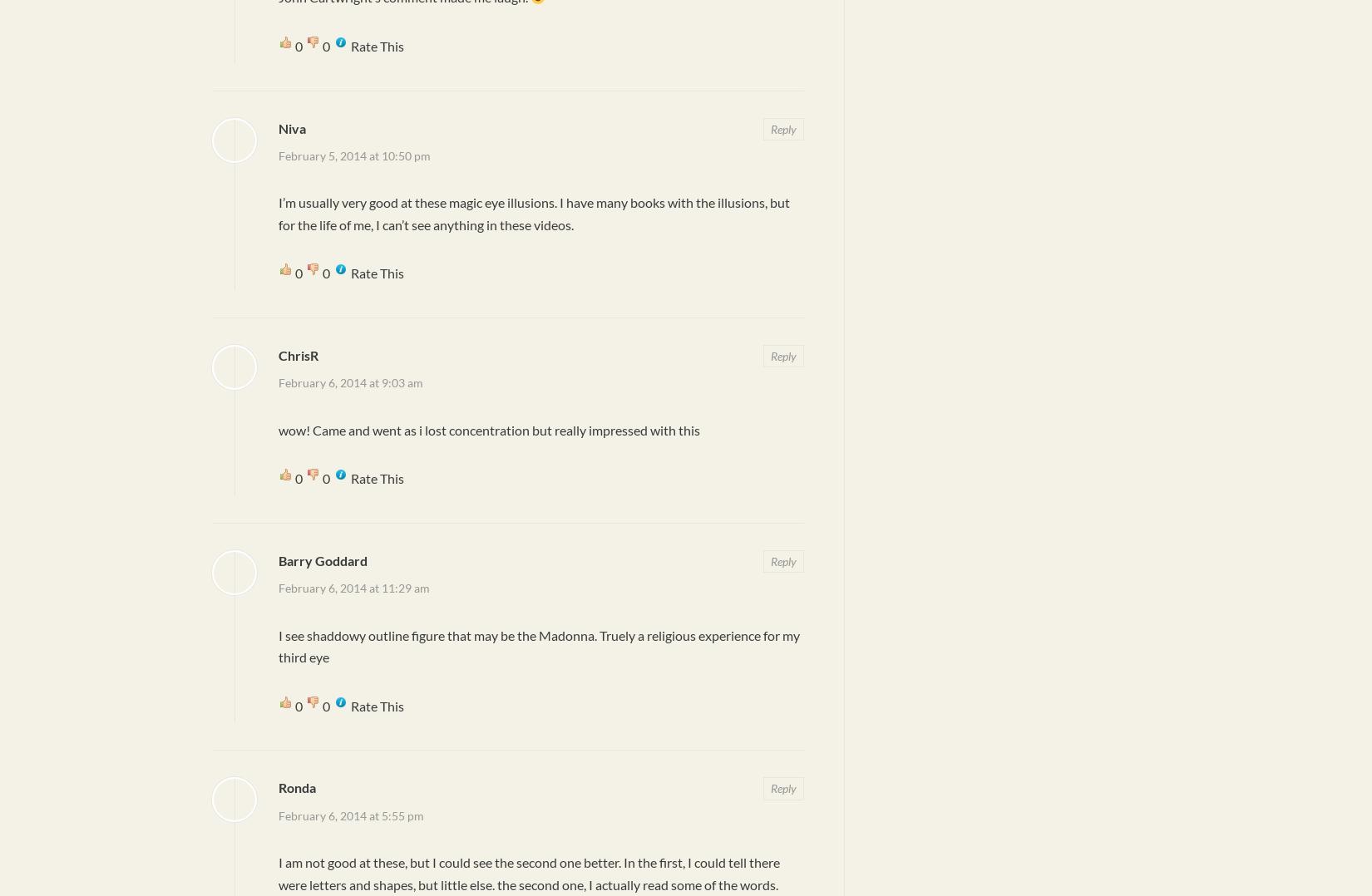  What do you see at coordinates (488, 429) in the screenshot?
I see `'wow! Came and went as i lost concentration but really impressed with this'` at bounding box center [488, 429].